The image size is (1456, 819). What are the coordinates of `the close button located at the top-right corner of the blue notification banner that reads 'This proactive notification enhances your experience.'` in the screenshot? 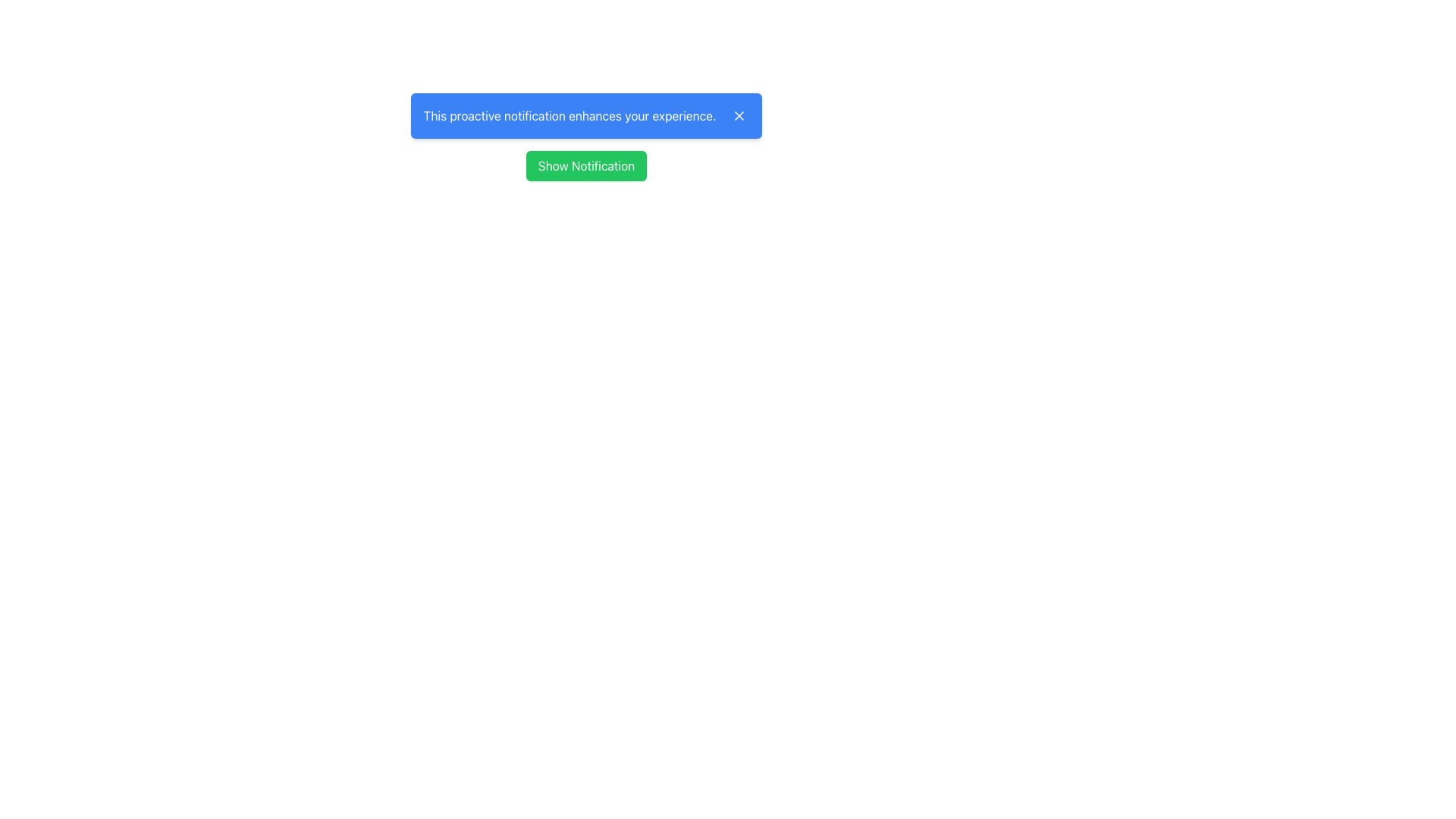 It's located at (739, 115).